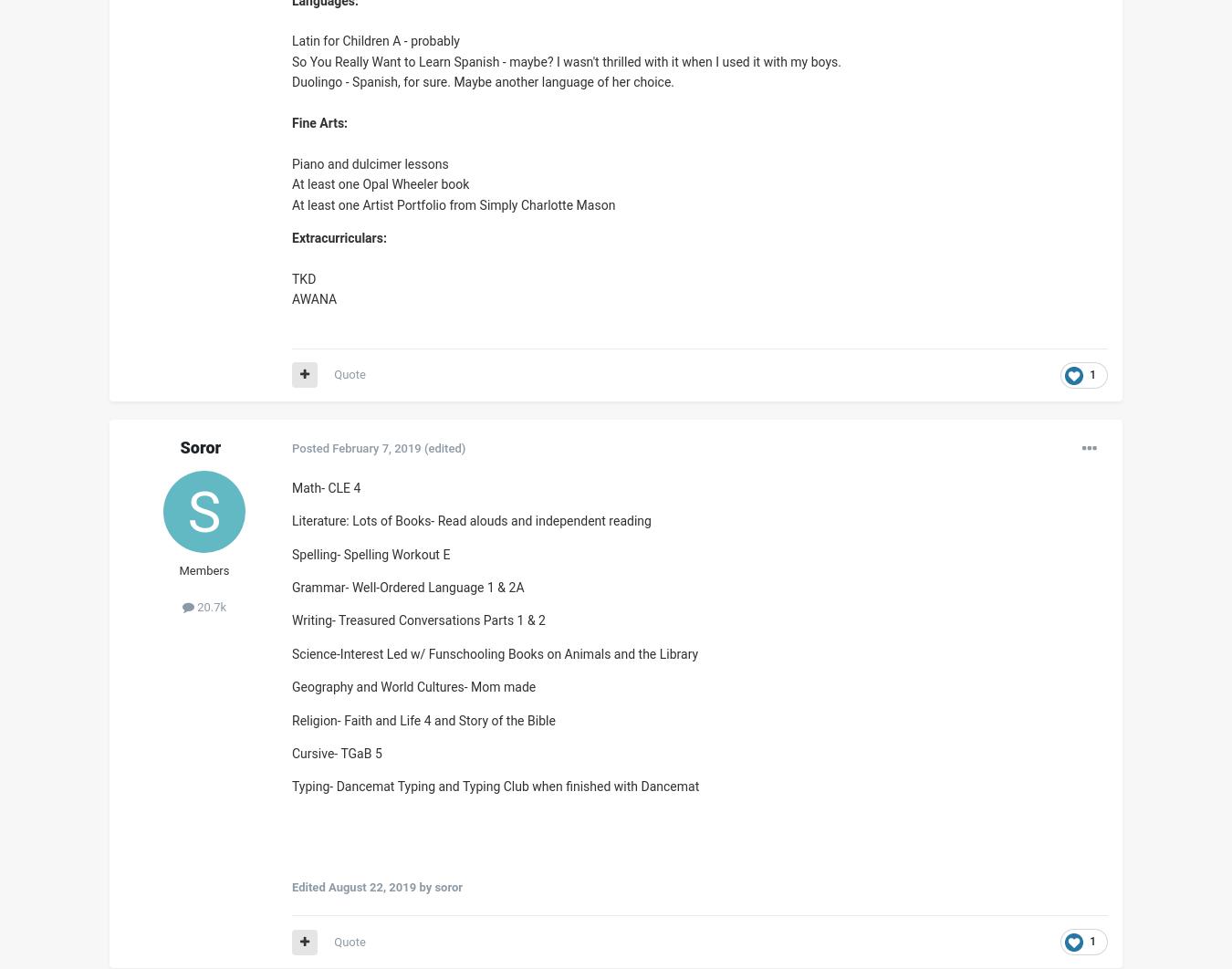  What do you see at coordinates (567, 61) in the screenshot?
I see `'So You Really Want to Learn Spanish - maybe? I wasn't thrilled with it when I used it with my boys.'` at bounding box center [567, 61].